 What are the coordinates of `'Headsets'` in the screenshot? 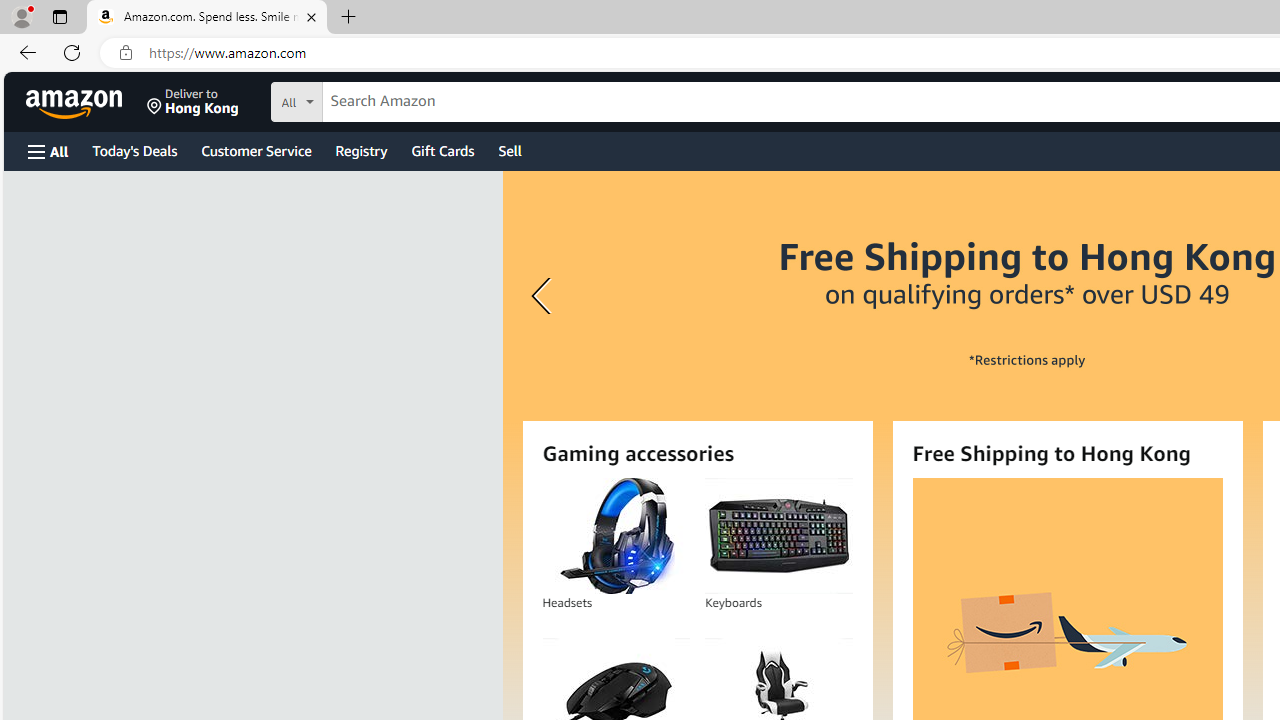 It's located at (614, 535).